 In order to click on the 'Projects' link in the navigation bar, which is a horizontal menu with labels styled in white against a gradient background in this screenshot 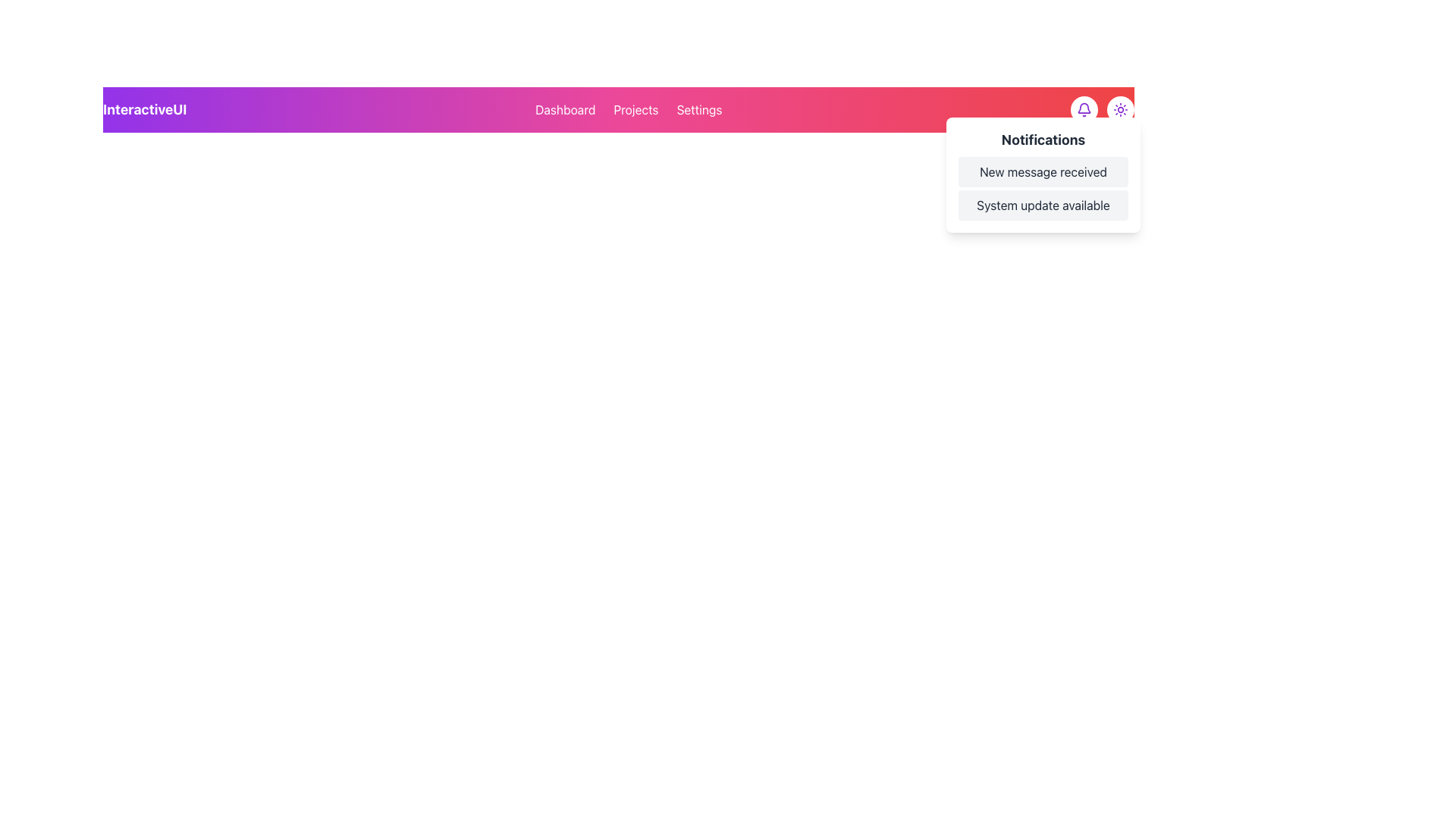, I will do `click(629, 109)`.